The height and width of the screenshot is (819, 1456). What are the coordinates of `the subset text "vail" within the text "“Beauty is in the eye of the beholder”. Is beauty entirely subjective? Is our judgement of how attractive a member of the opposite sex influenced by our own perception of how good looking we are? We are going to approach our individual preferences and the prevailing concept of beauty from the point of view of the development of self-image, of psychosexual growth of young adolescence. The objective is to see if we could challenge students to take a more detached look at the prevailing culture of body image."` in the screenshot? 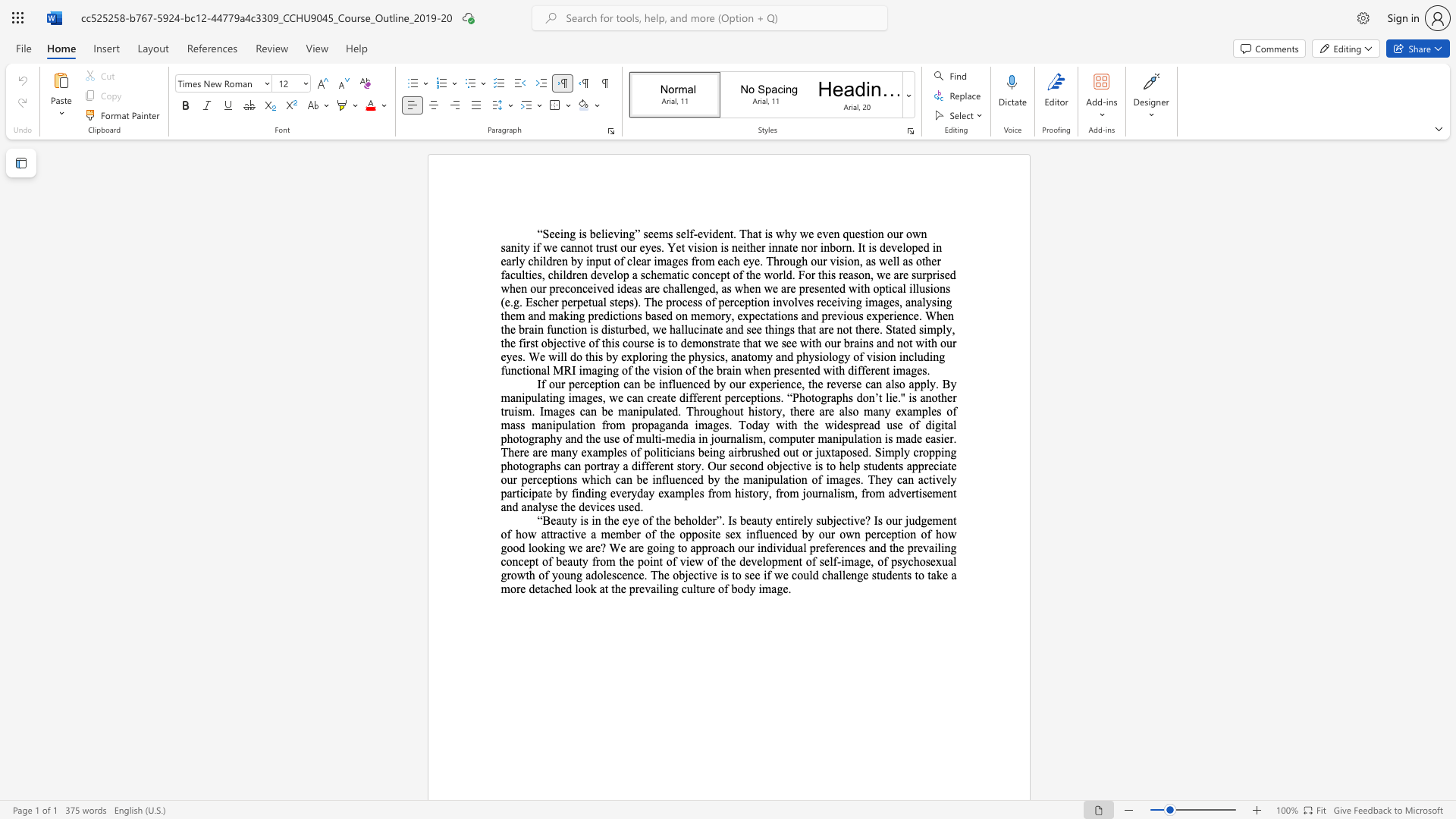 It's located at (645, 588).